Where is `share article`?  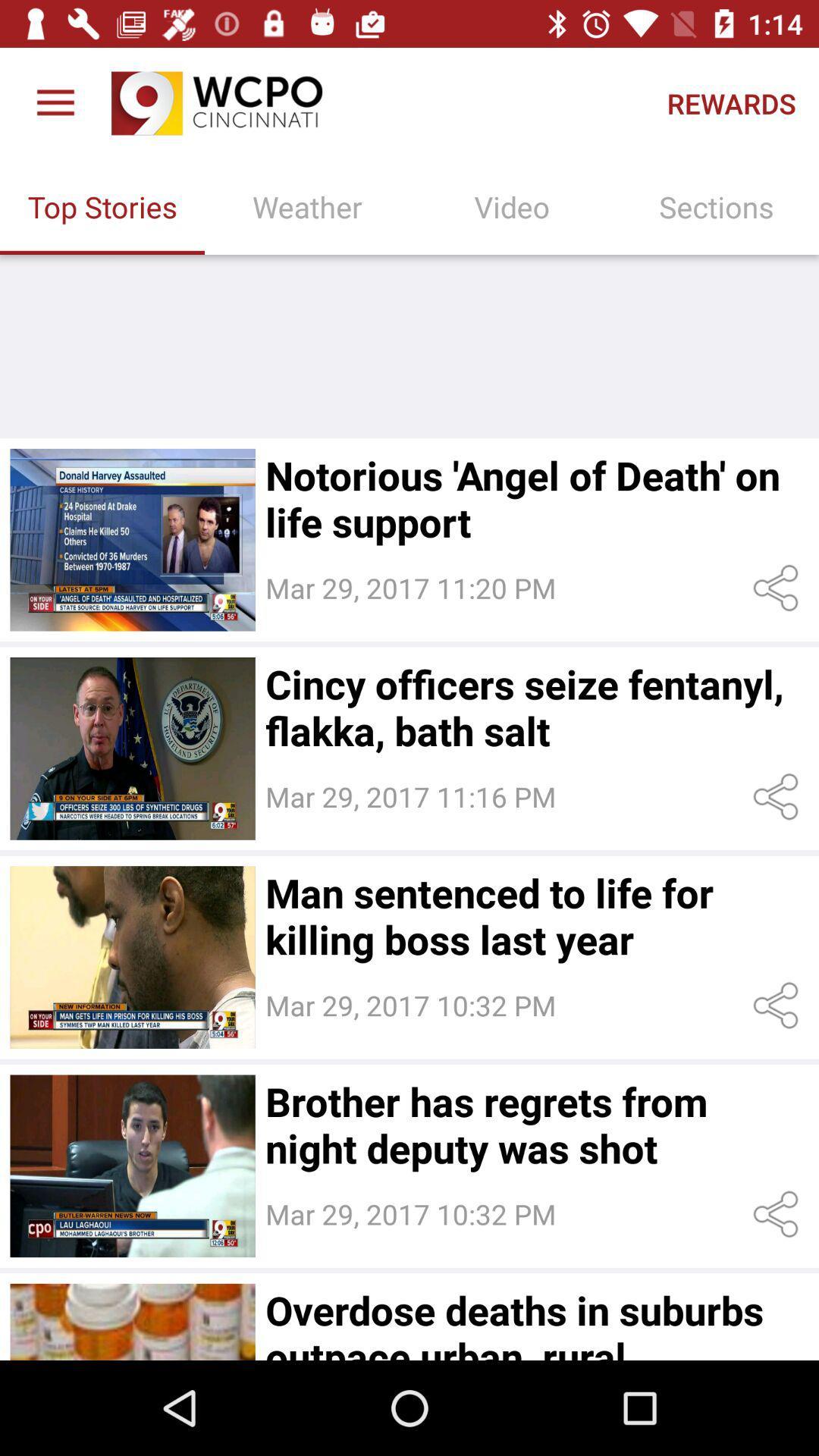
share article is located at coordinates (779, 1214).